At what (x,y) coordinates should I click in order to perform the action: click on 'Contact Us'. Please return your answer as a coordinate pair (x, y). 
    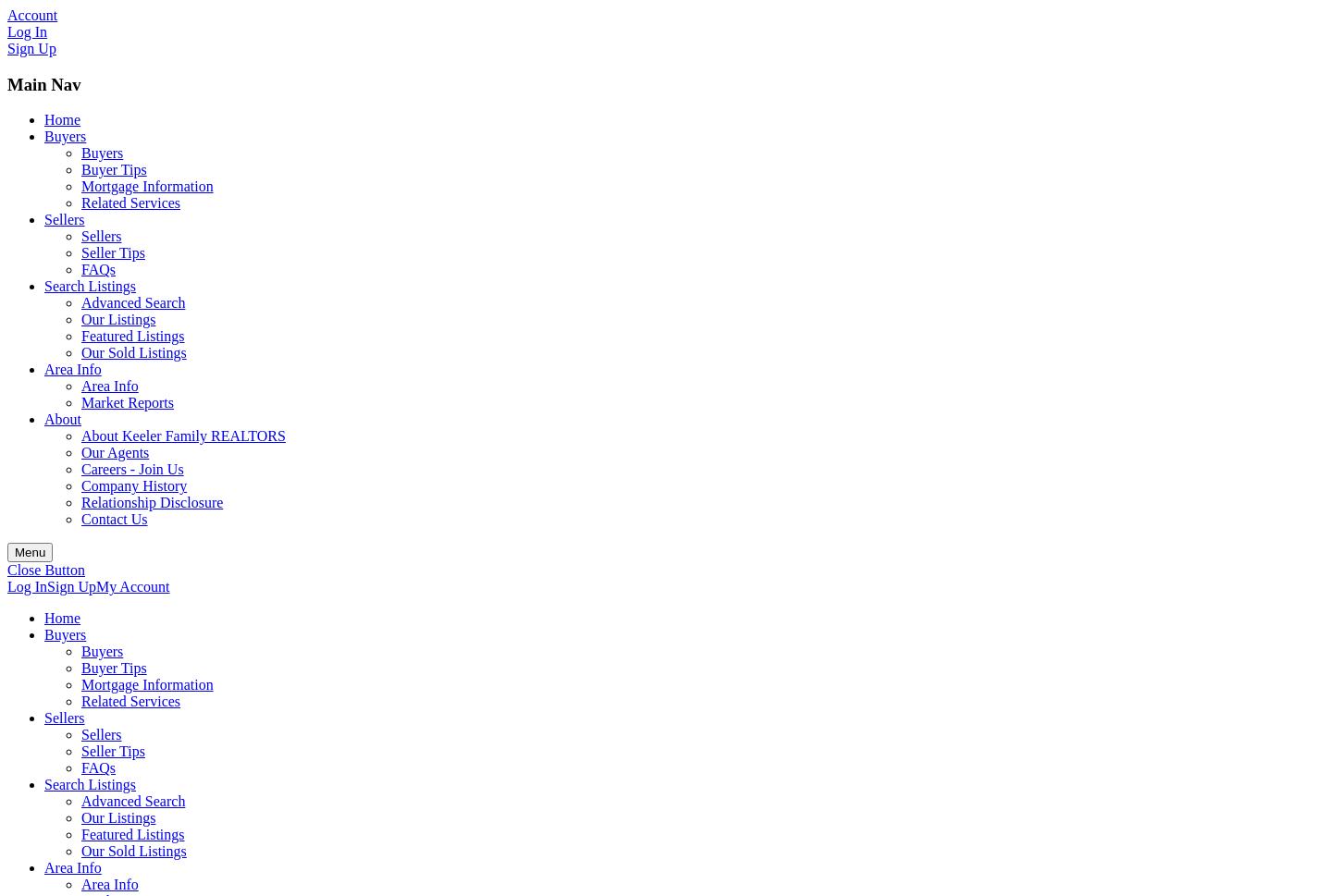
    Looking at the image, I should click on (80, 519).